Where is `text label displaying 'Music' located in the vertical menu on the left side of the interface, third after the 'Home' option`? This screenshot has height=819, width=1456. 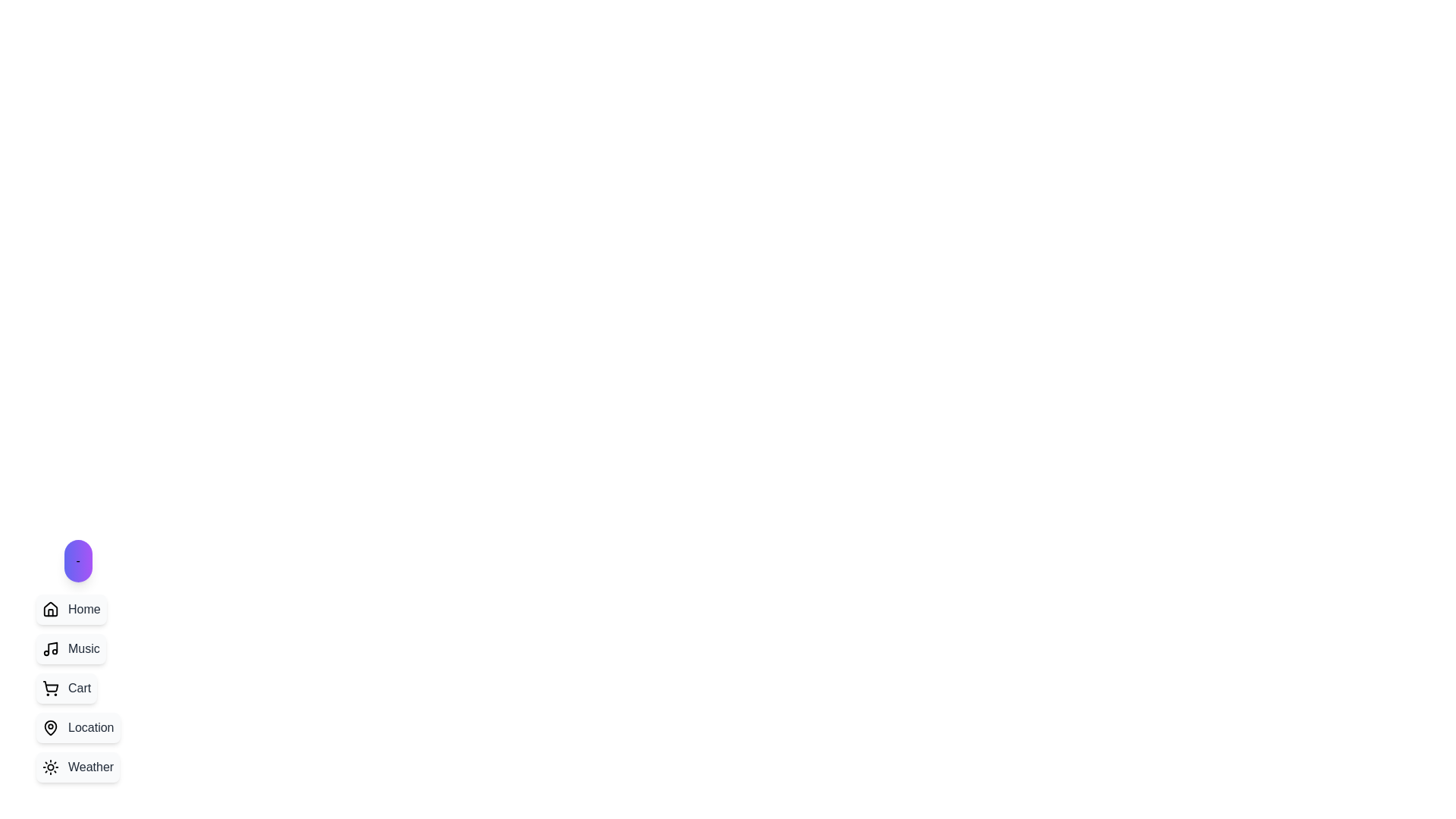
text label displaying 'Music' located in the vertical menu on the left side of the interface, third after the 'Home' option is located at coordinates (83, 648).